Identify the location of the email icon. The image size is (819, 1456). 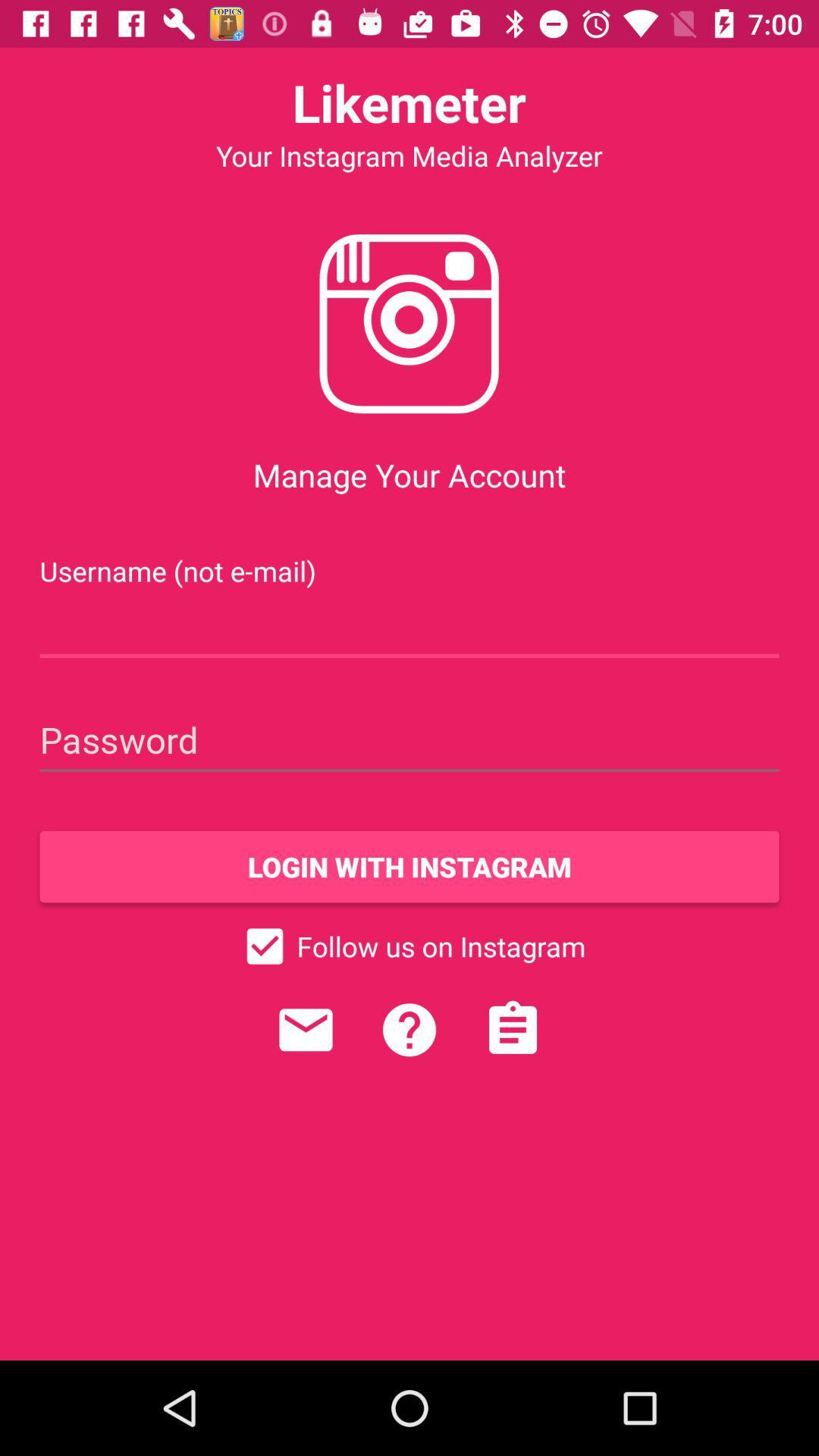
(306, 1030).